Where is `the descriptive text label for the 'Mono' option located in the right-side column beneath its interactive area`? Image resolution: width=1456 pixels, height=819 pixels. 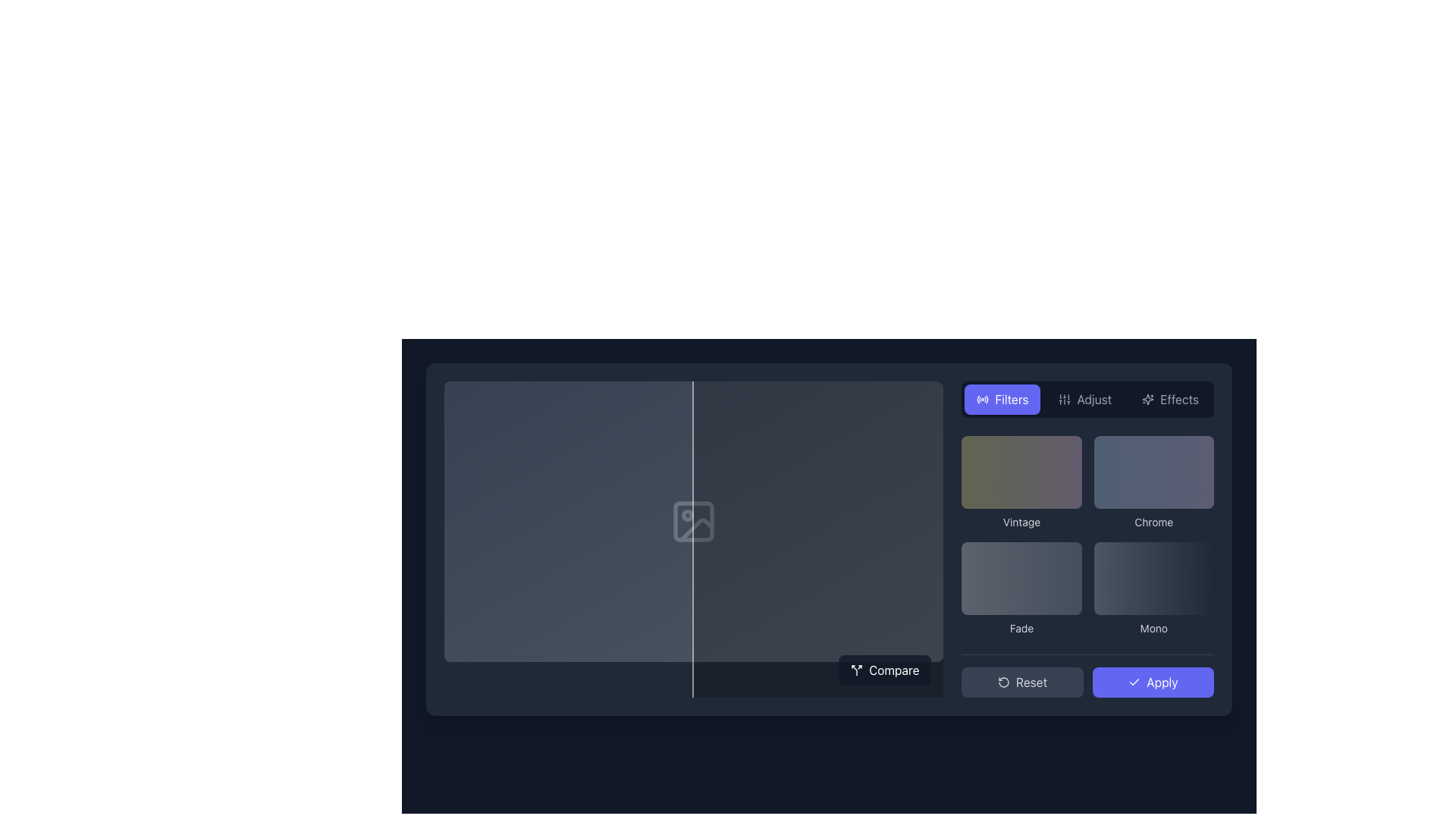 the descriptive text label for the 'Mono' option located in the right-side column beneath its interactive area is located at coordinates (1021, 629).